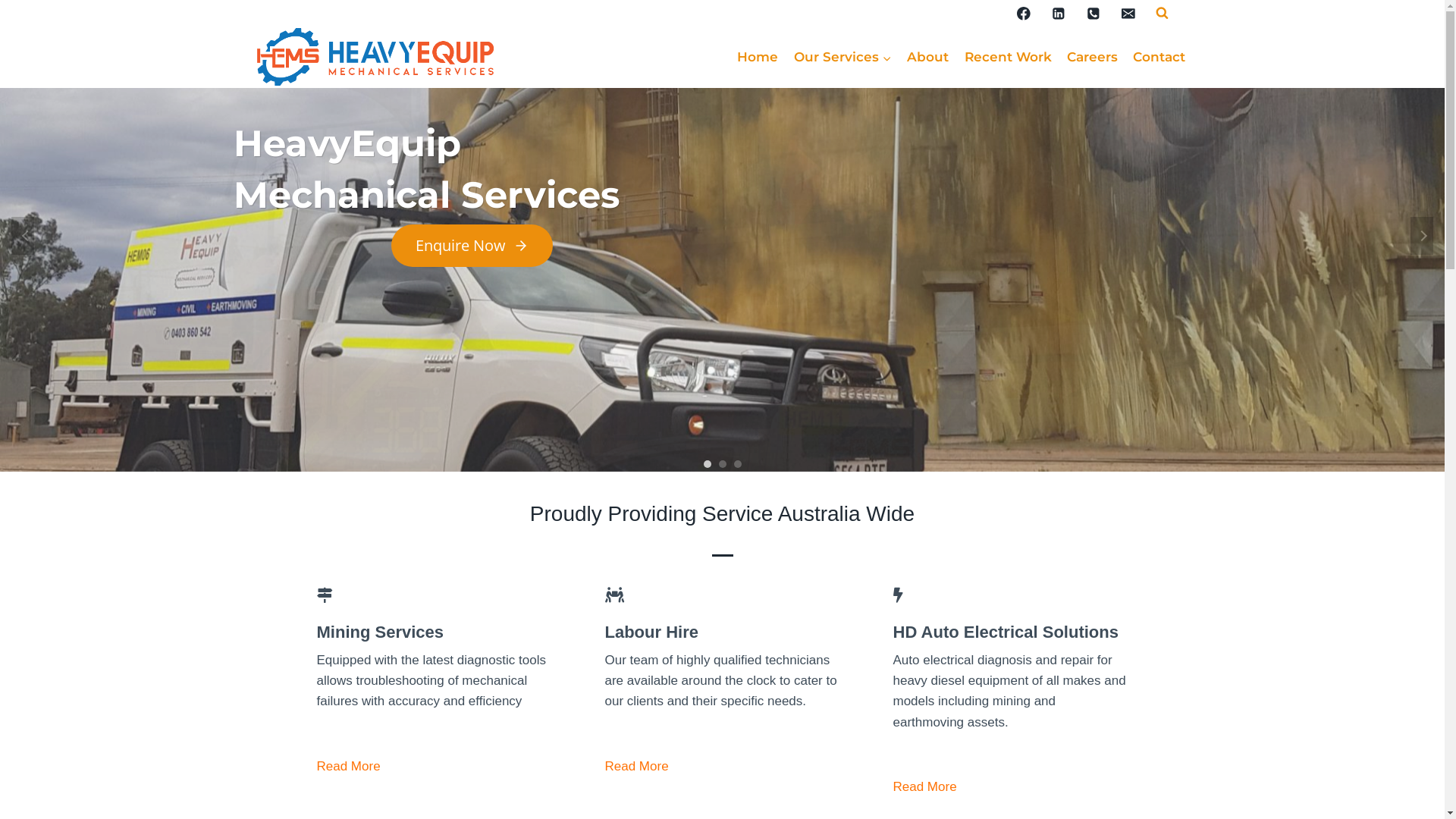 This screenshot has width=1456, height=819. What do you see at coordinates (757, 57) in the screenshot?
I see `'Home'` at bounding box center [757, 57].